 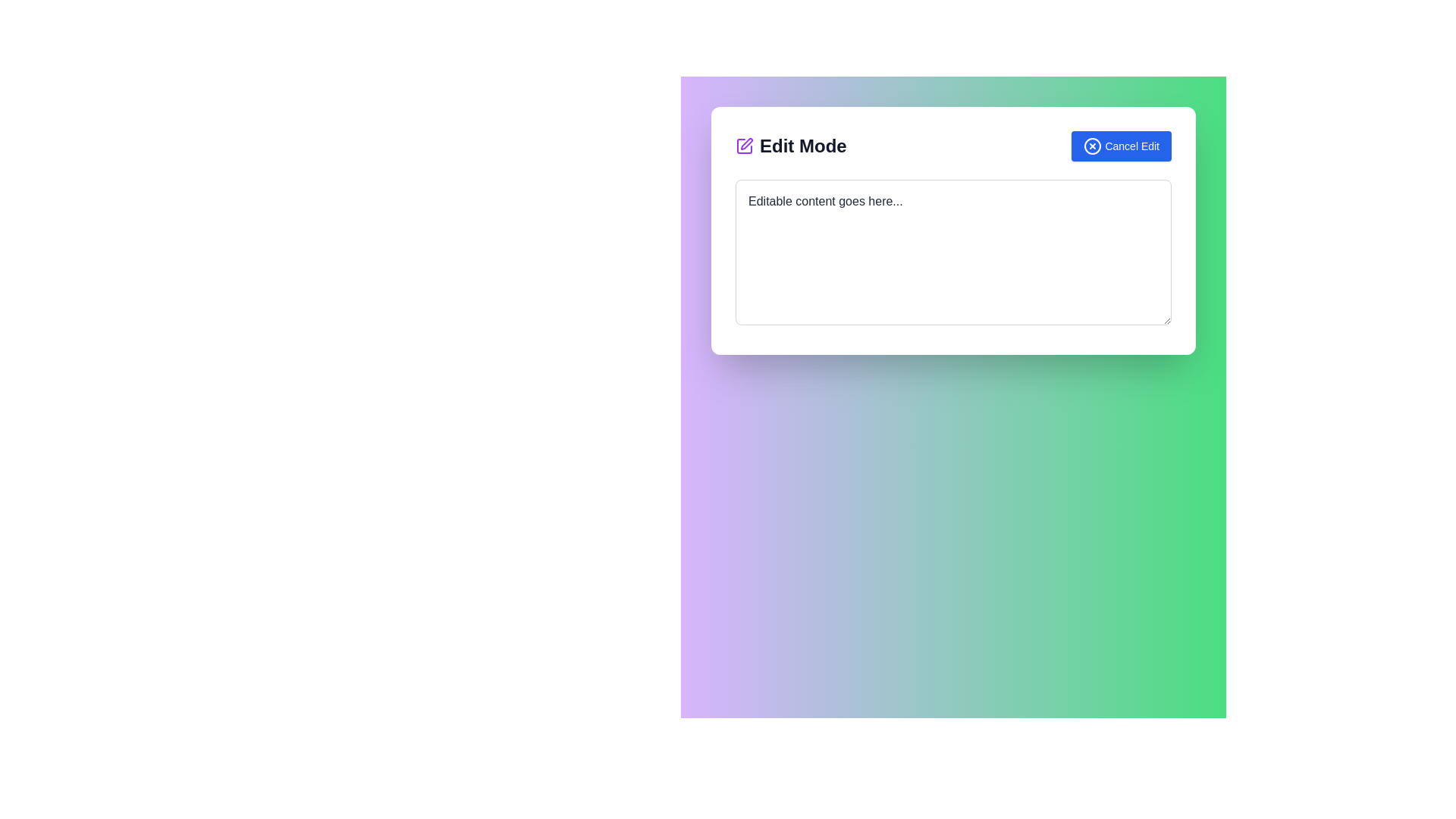 I want to click on the circle-shaped graphical component of the 'Cancel Edit' icon located at the top-right corner of the modal interface, so click(x=1093, y=146).